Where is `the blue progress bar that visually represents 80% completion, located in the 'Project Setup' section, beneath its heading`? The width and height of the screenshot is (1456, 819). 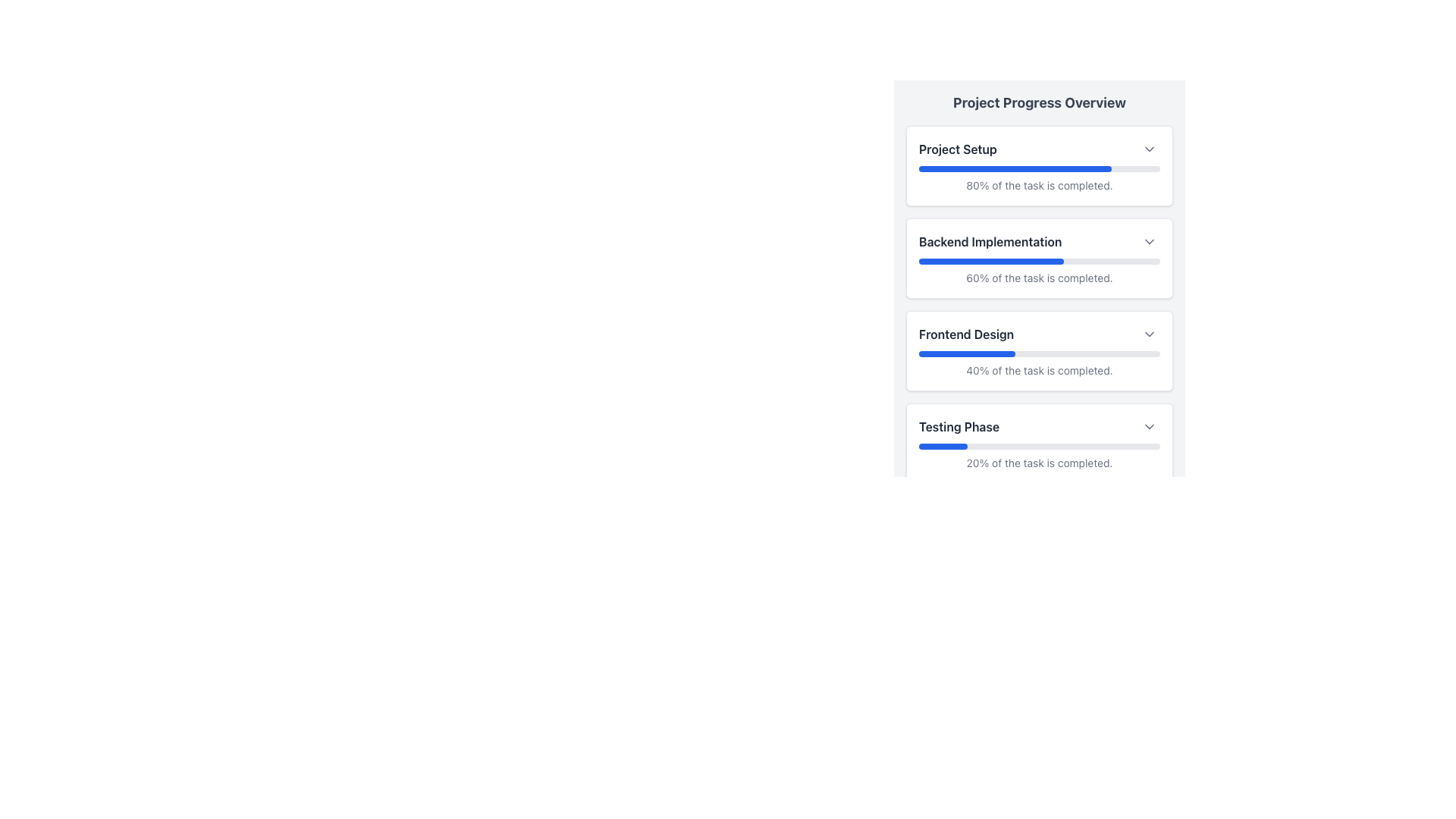 the blue progress bar that visually represents 80% completion, located in the 'Project Setup' section, beneath its heading is located at coordinates (1015, 169).